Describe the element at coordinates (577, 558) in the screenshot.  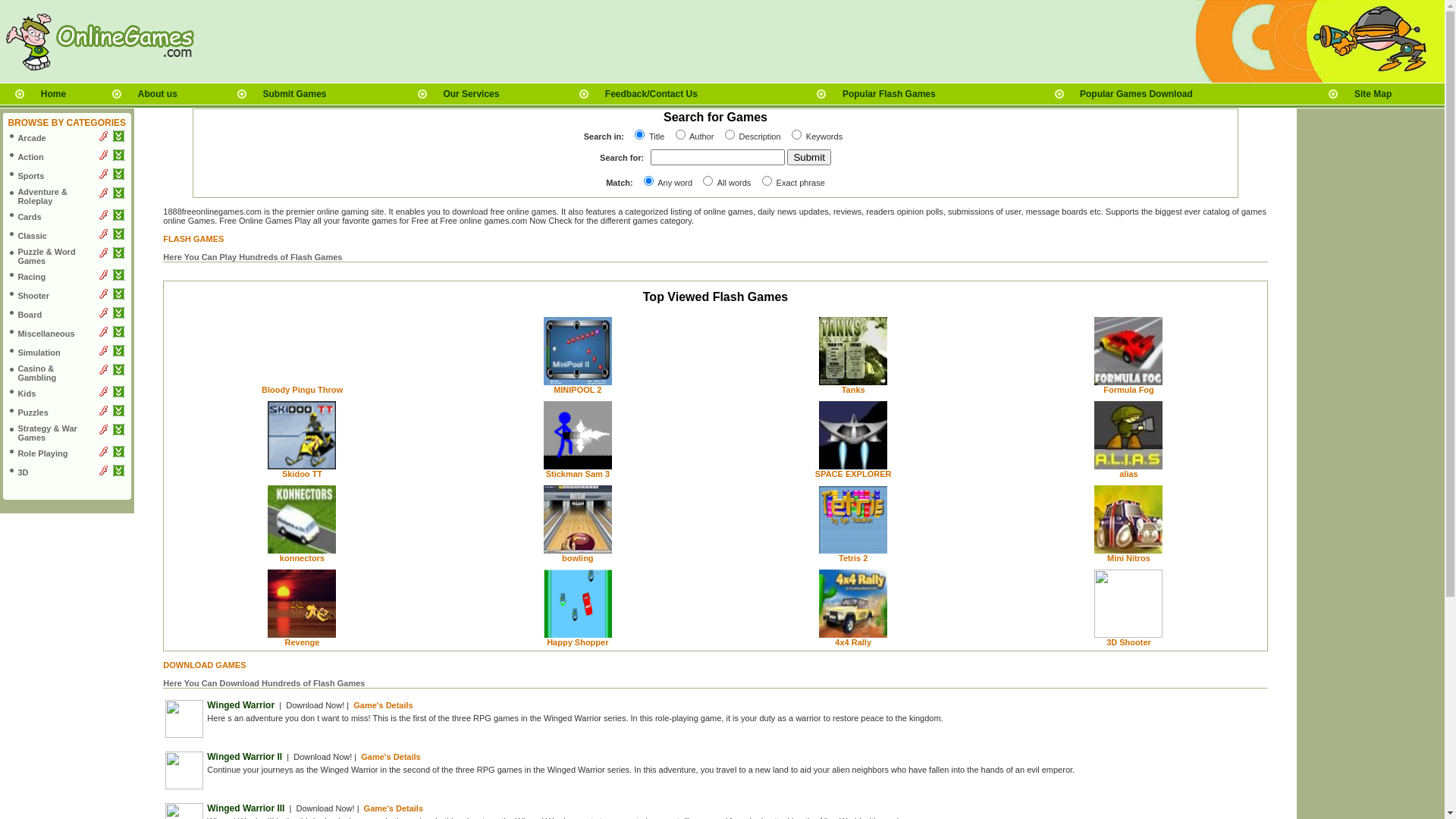
I see `'bowling'` at that location.